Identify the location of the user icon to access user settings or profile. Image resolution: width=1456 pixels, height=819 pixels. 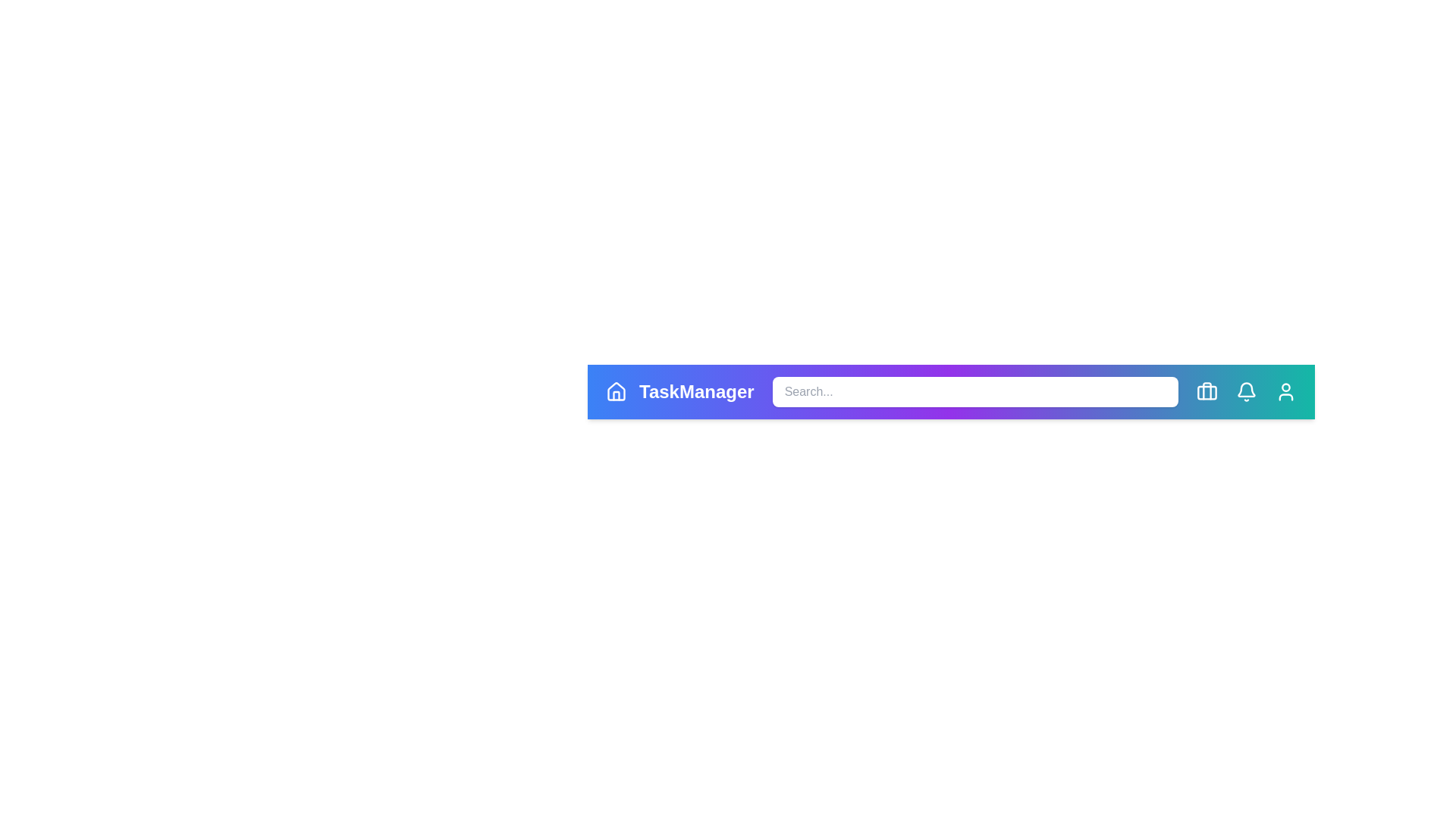
(1285, 391).